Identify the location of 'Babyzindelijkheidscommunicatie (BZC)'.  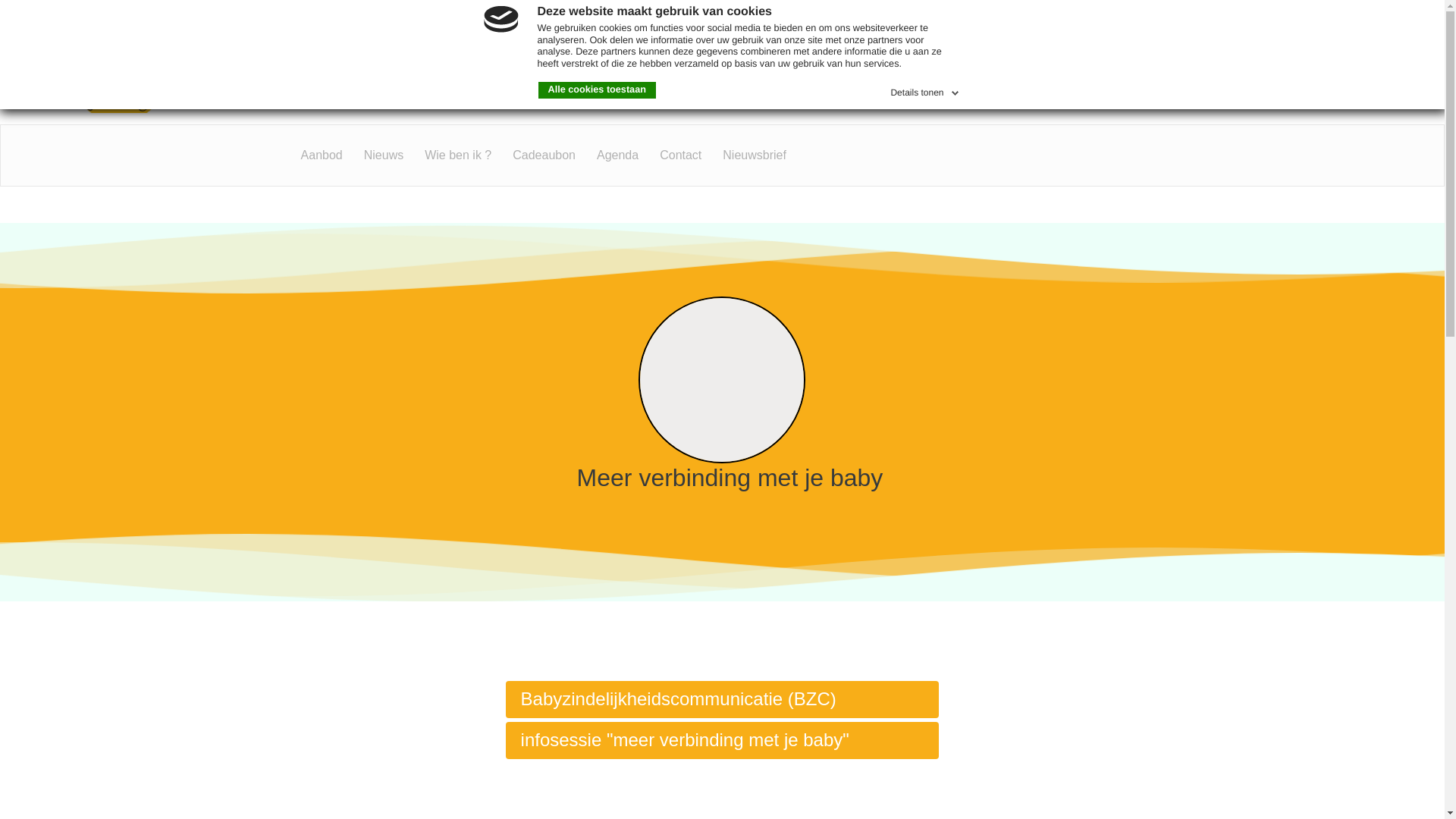
(722, 699).